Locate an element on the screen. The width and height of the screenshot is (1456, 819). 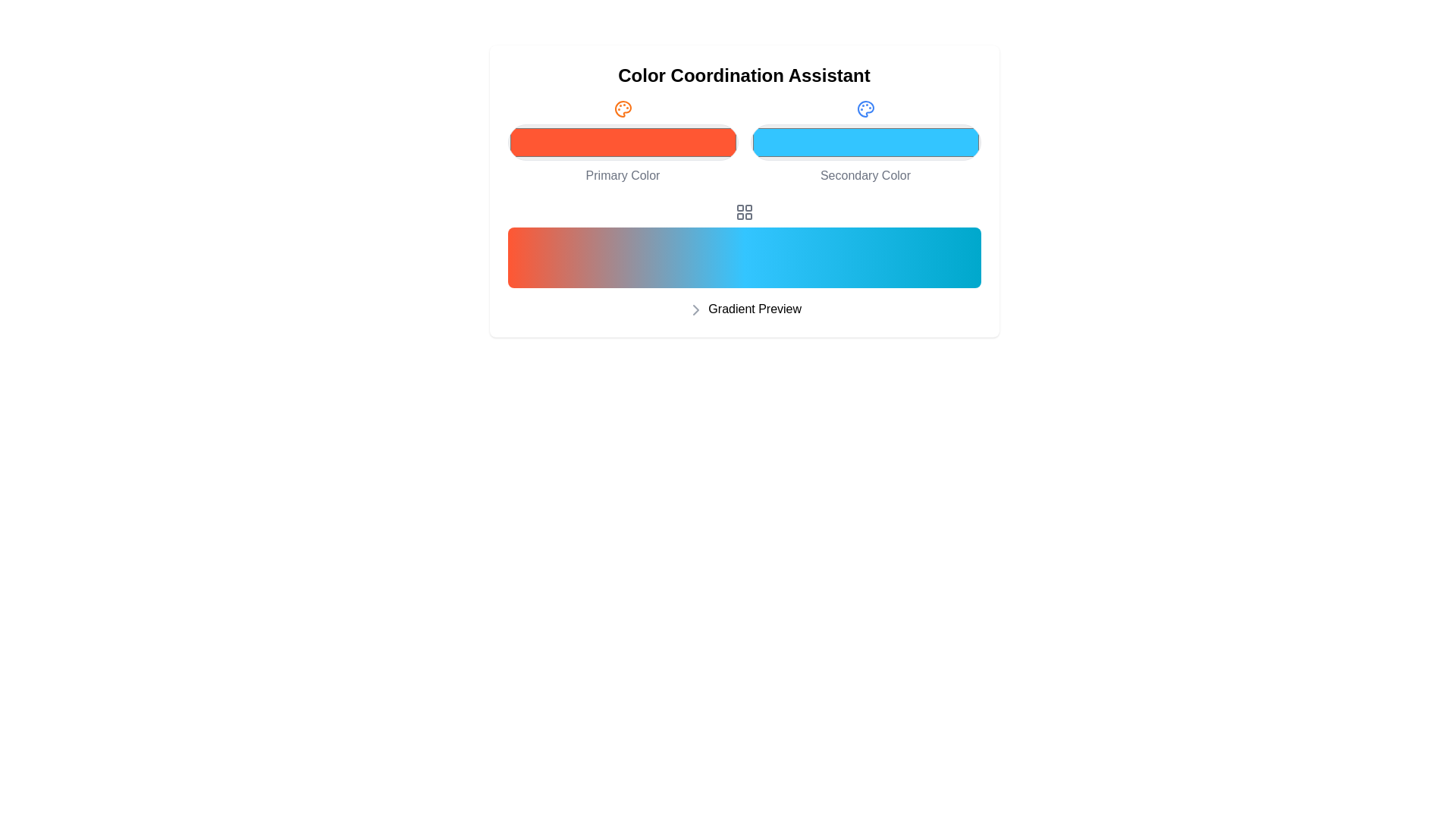
the painter's palette icon, which is styled with a minimalist outlined appearance and is located above the 'Primary Color' text is located at coordinates (623, 108).